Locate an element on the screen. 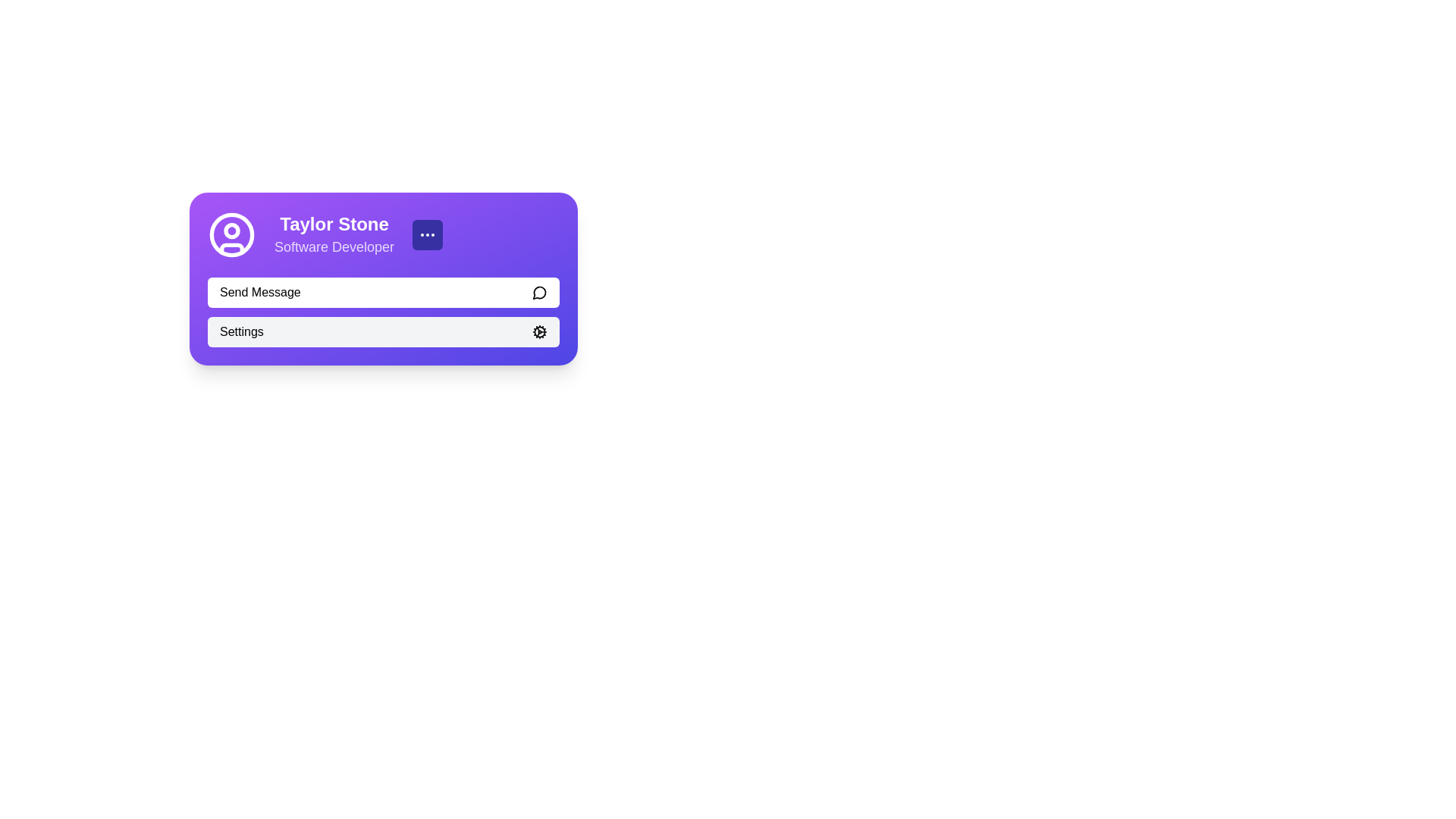  the menu toggle button located in the top-right corner of the user profile card is located at coordinates (427, 234).